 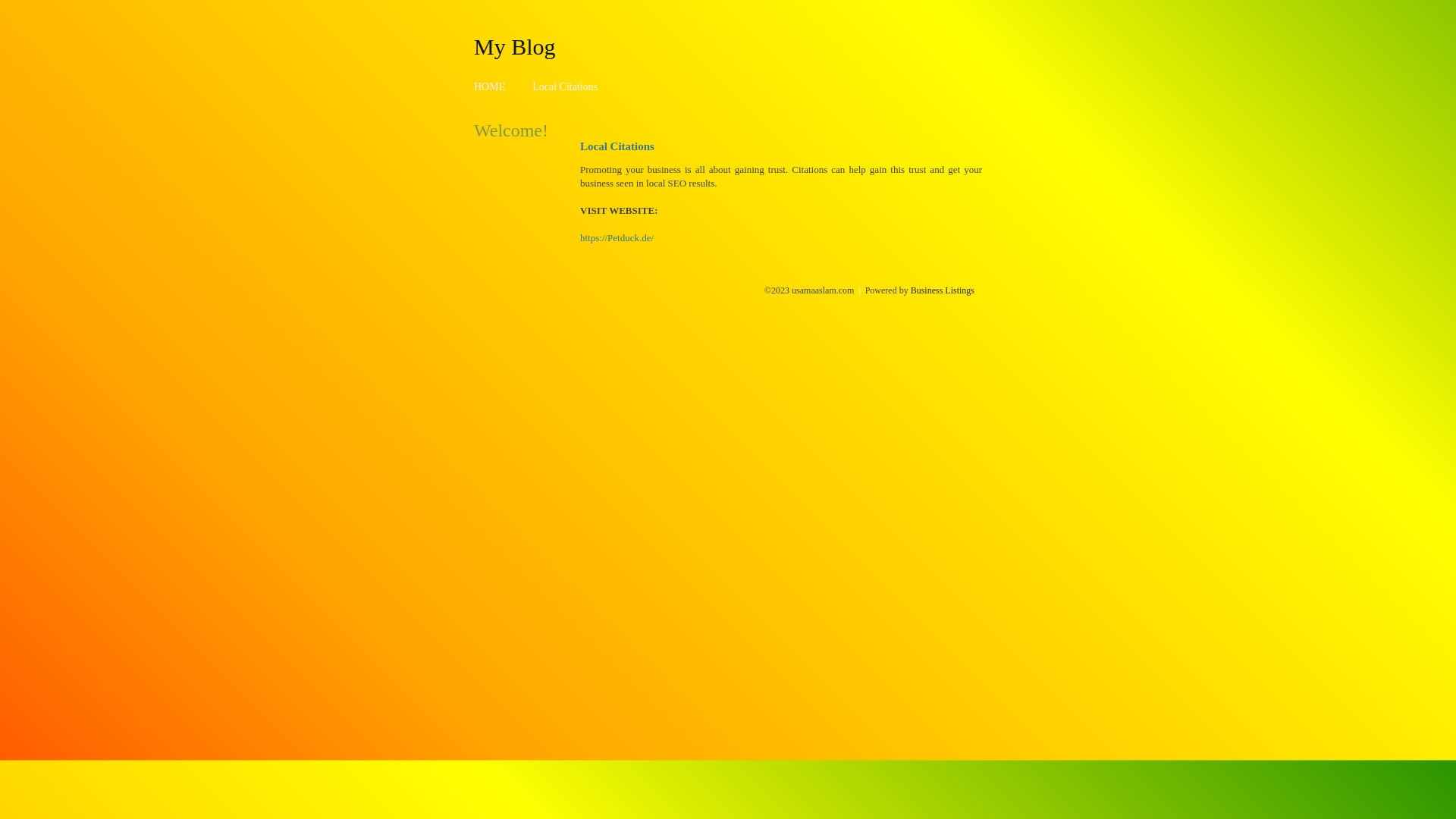 I want to click on 'https://Petduck.de/', so click(x=617, y=237).